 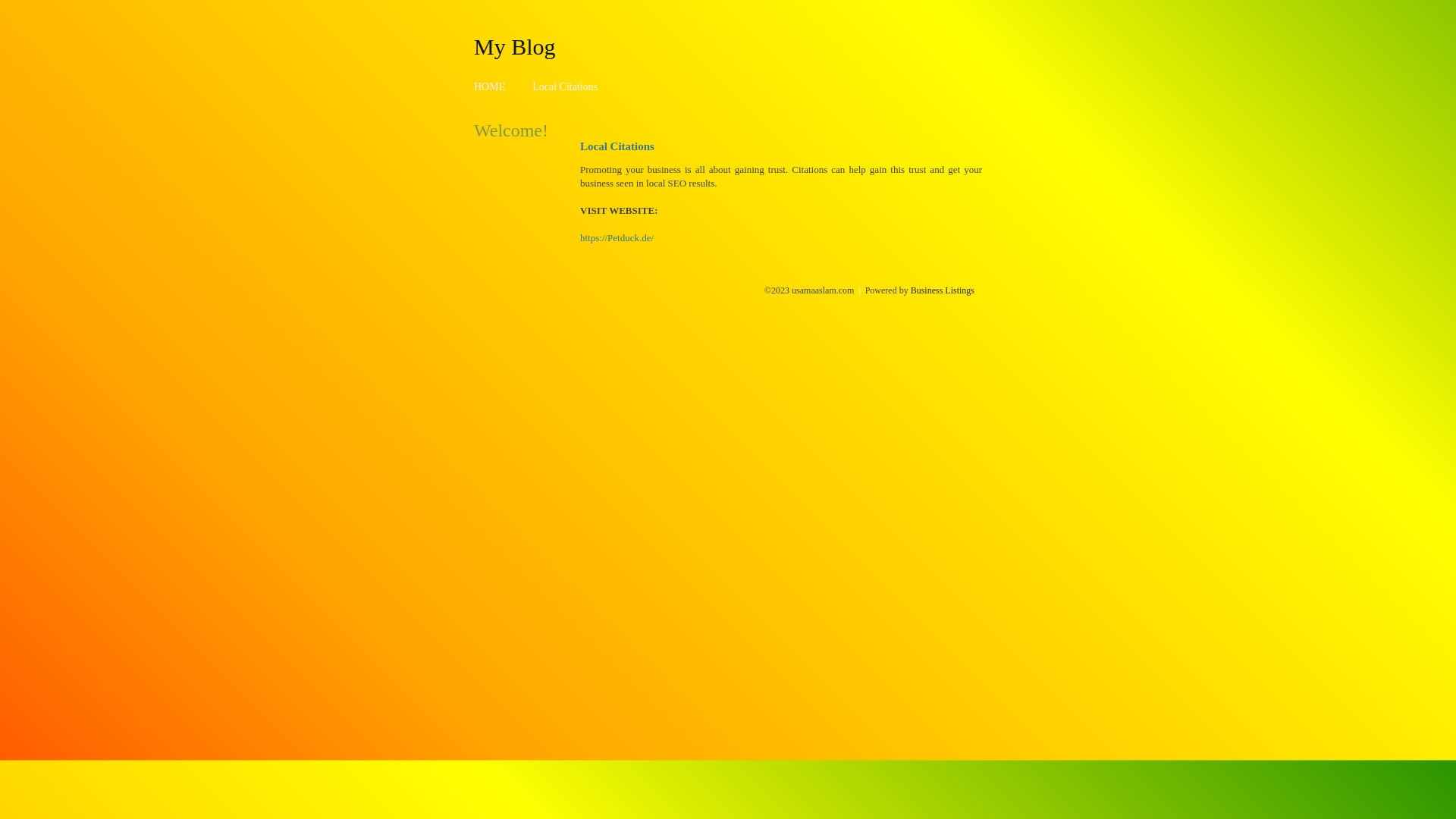 I want to click on 'https://Petduck.de/', so click(x=617, y=237).